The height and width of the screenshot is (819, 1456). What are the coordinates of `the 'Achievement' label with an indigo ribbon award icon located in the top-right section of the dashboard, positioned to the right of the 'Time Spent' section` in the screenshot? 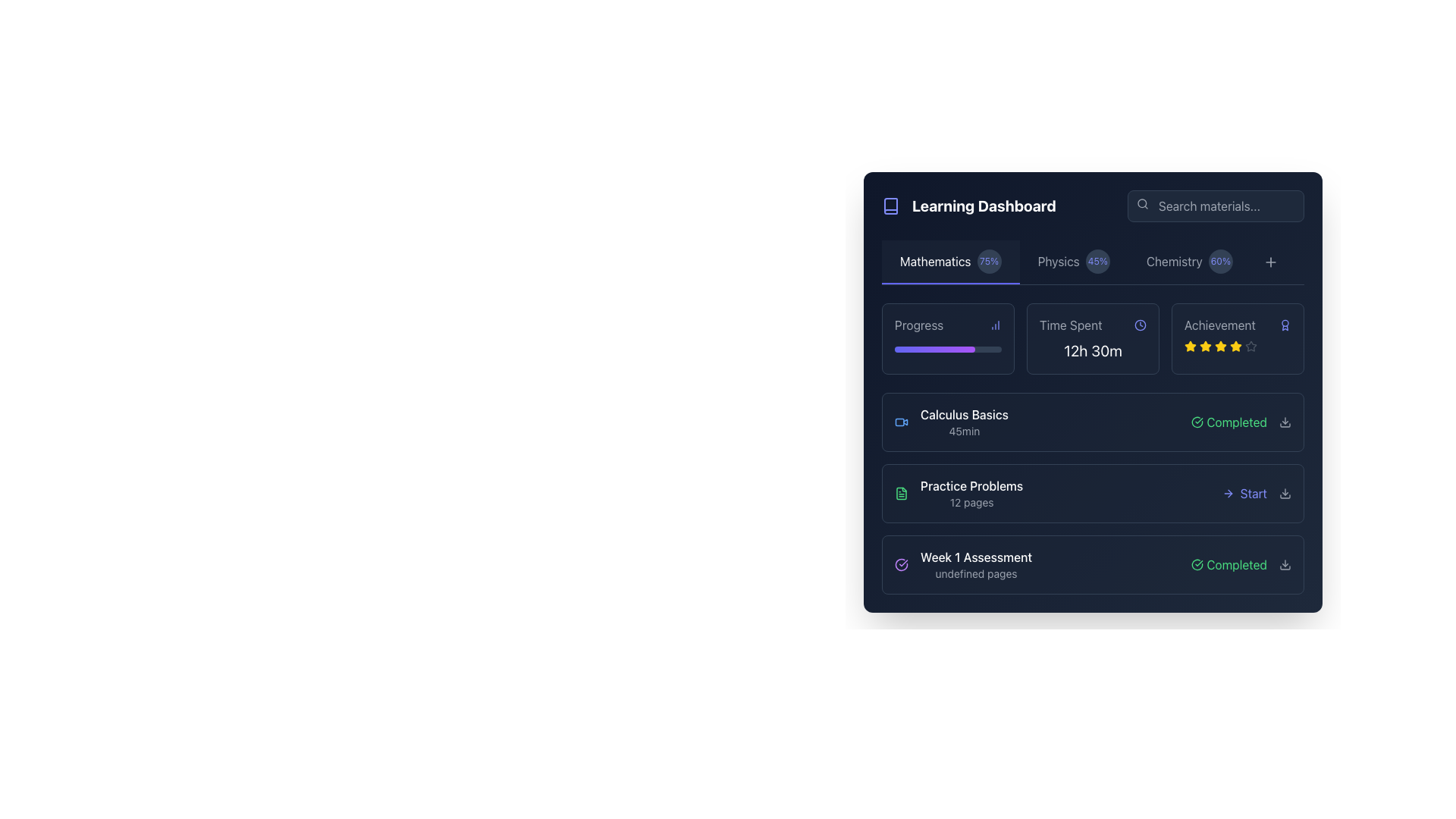 It's located at (1238, 324).